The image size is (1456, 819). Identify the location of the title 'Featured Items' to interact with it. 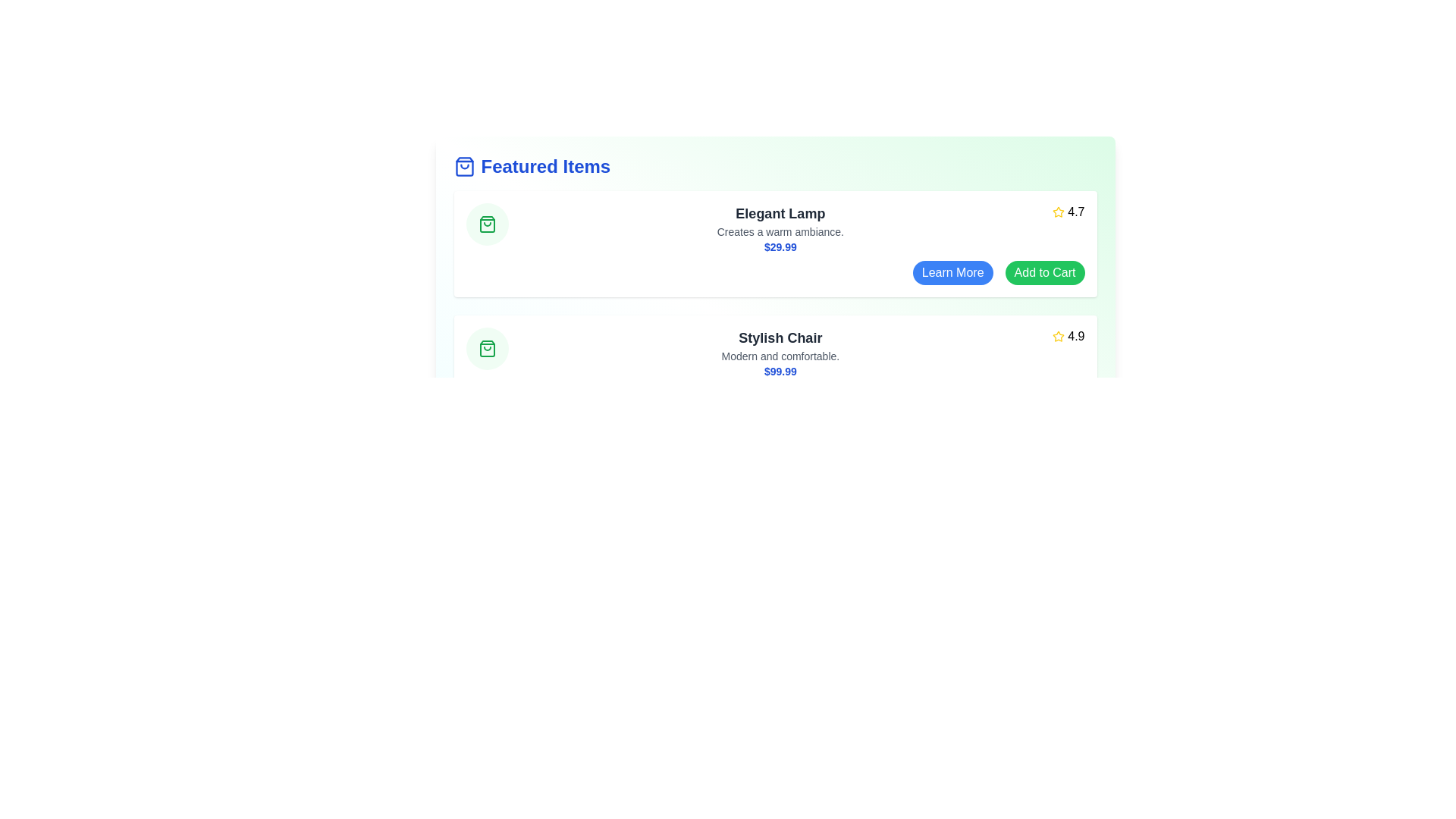
(775, 166).